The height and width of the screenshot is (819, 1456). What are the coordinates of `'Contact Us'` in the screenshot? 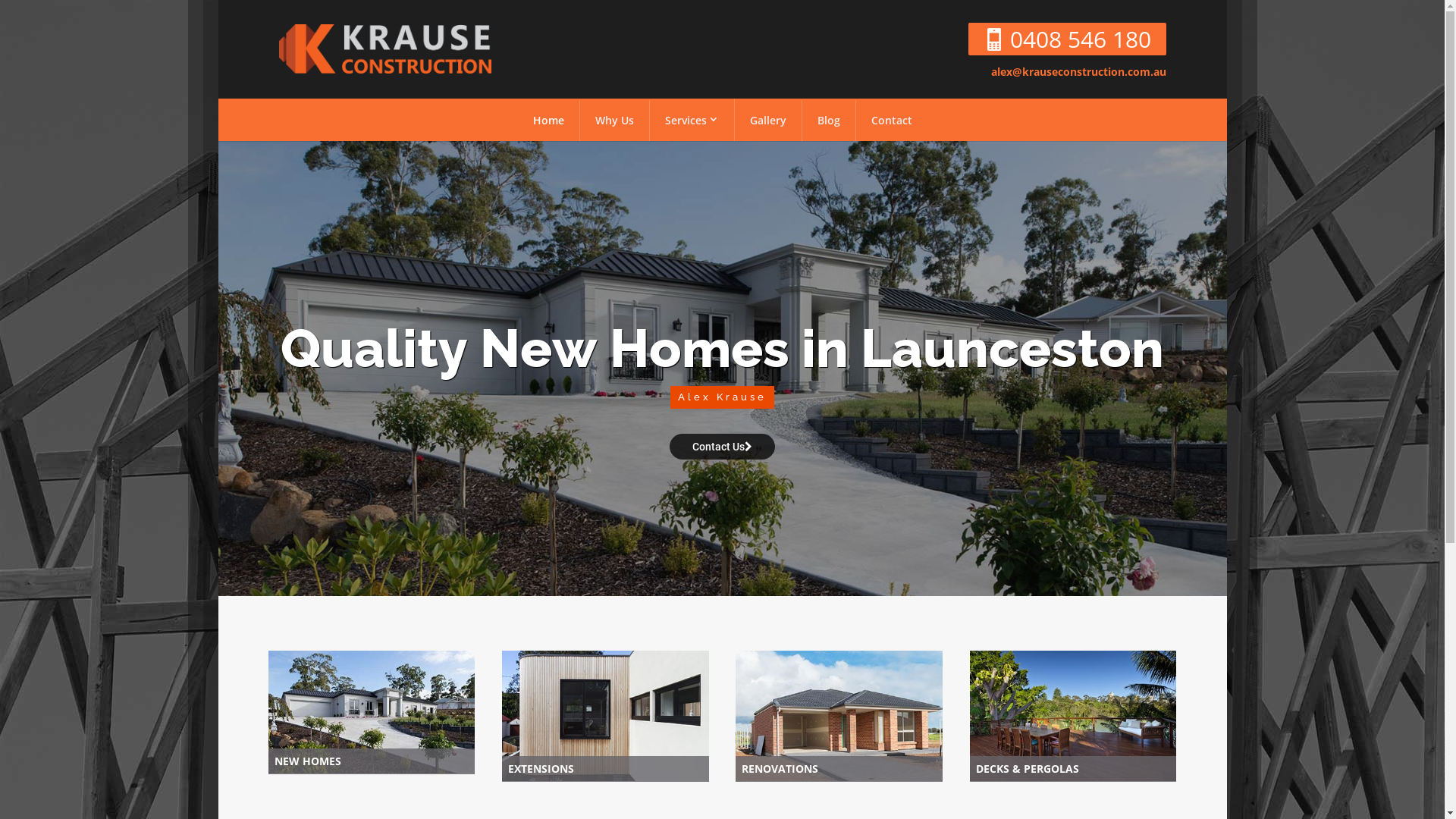 It's located at (668, 446).